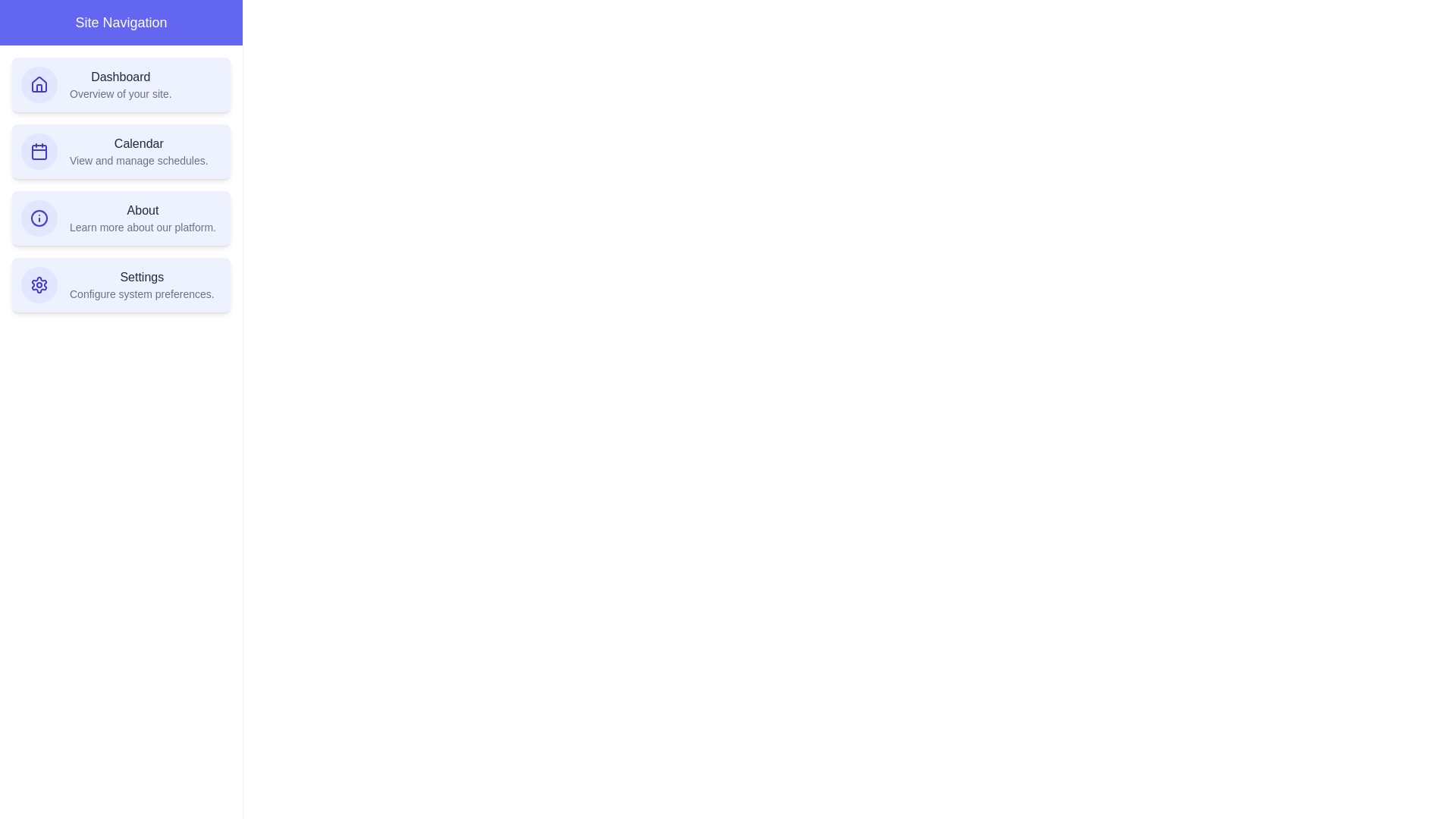  I want to click on the navigation item corresponding to Dashboard, so click(120, 84).